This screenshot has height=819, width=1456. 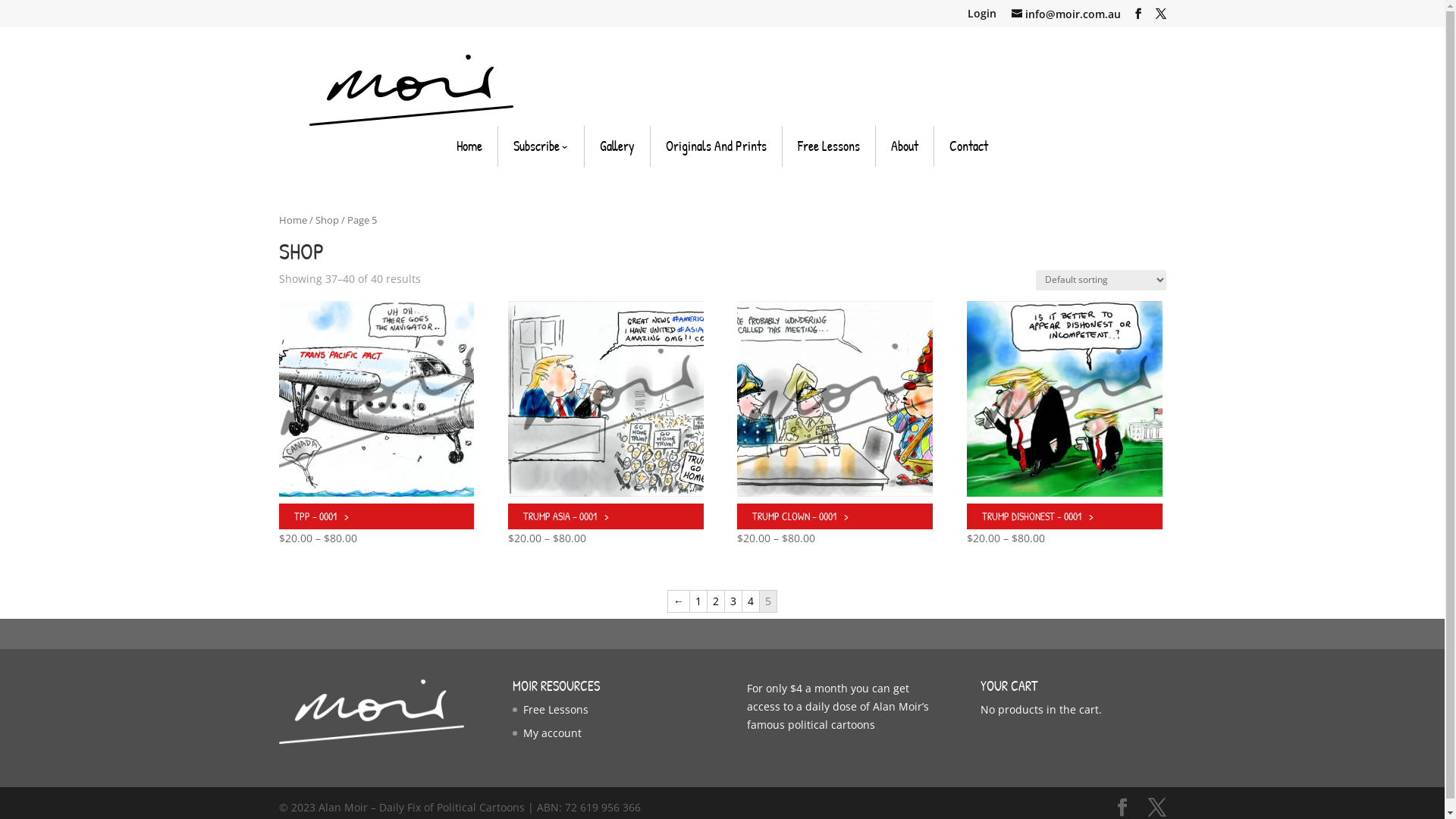 What do you see at coordinates (715, 146) in the screenshot?
I see `'Originals And Prints'` at bounding box center [715, 146].